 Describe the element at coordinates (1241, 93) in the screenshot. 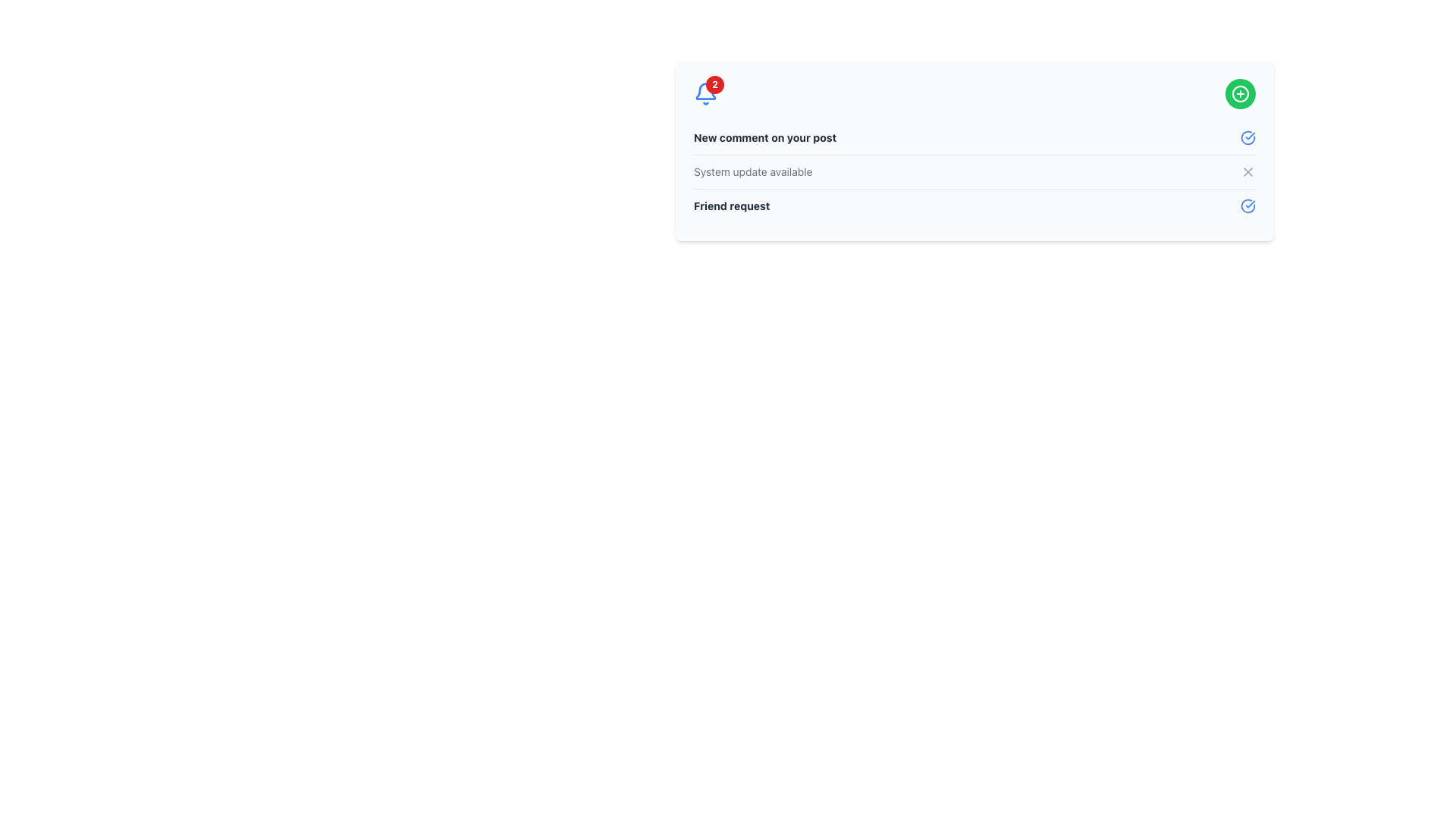

I see `the 'add' button located at the top-right corner of the notification card` at that location.